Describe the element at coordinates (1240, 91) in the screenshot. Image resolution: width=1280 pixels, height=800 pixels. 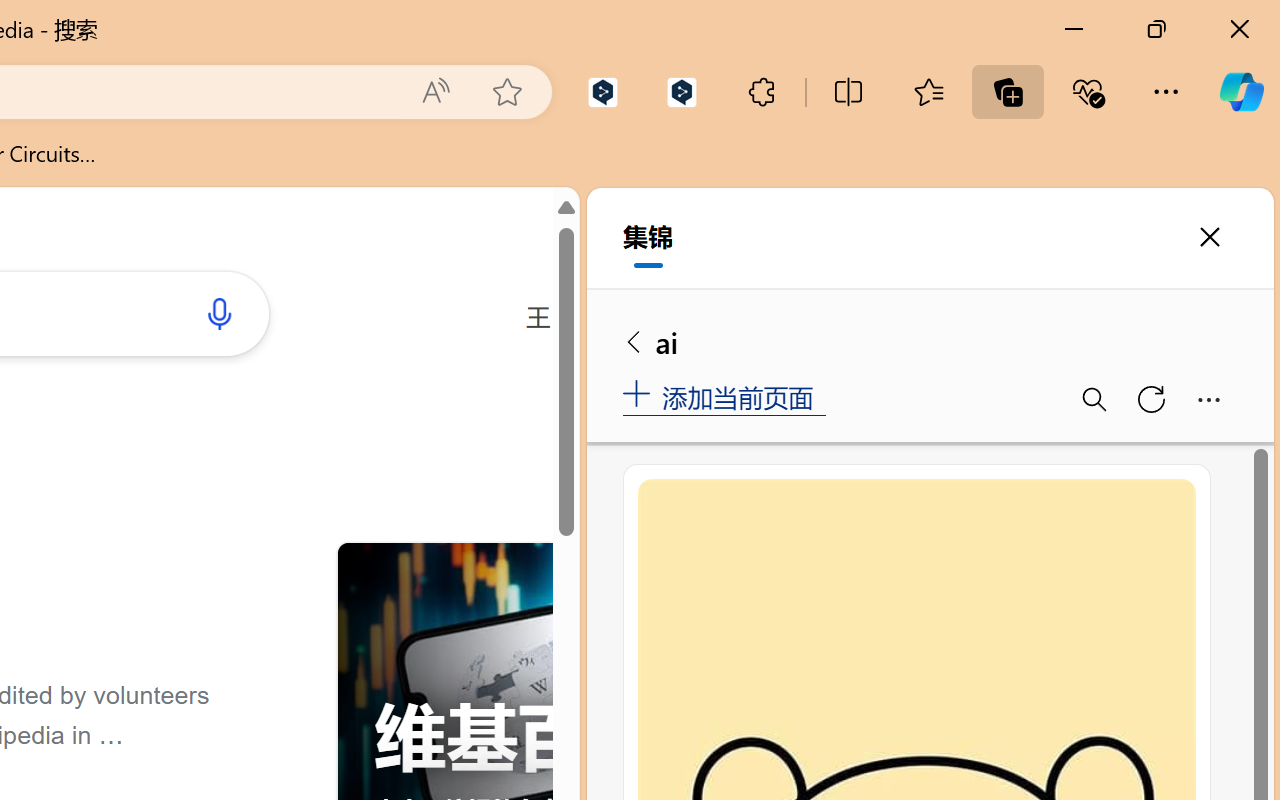
I see `'Copilot (Ctrl+Shift+.)'` at that location.